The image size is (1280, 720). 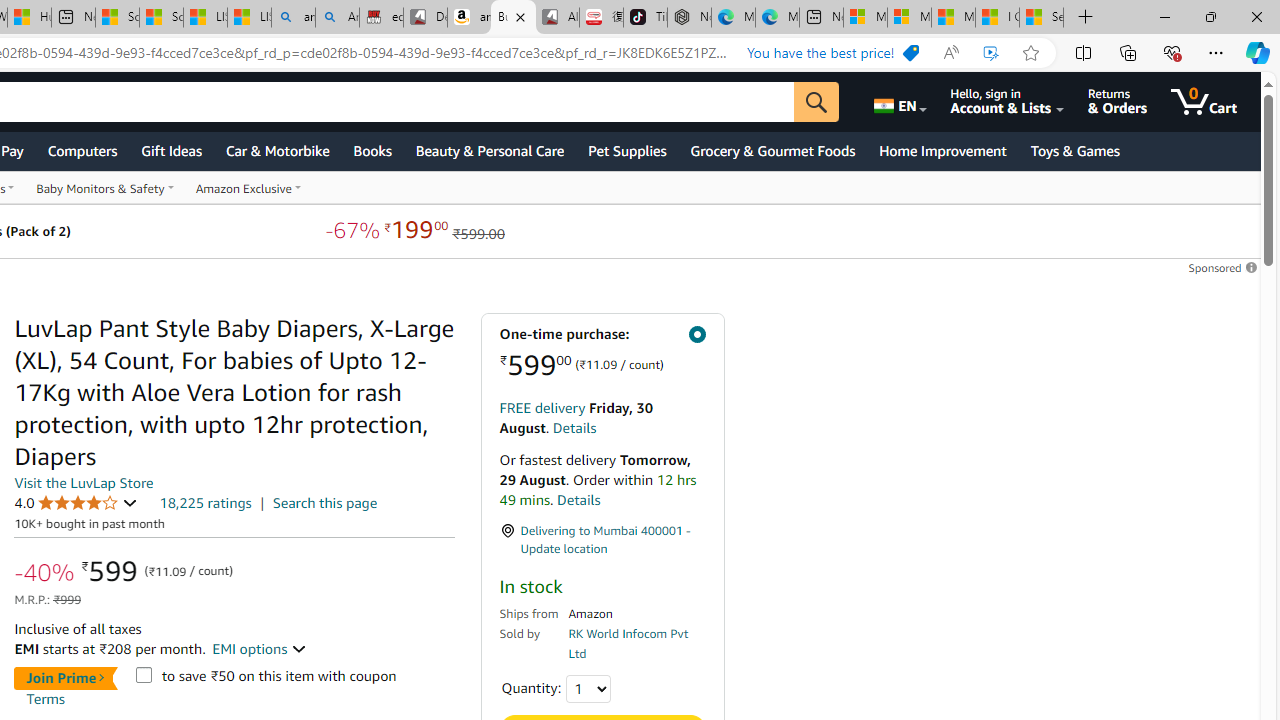 I want to click on 'Terms', so click(x=45, y=697).